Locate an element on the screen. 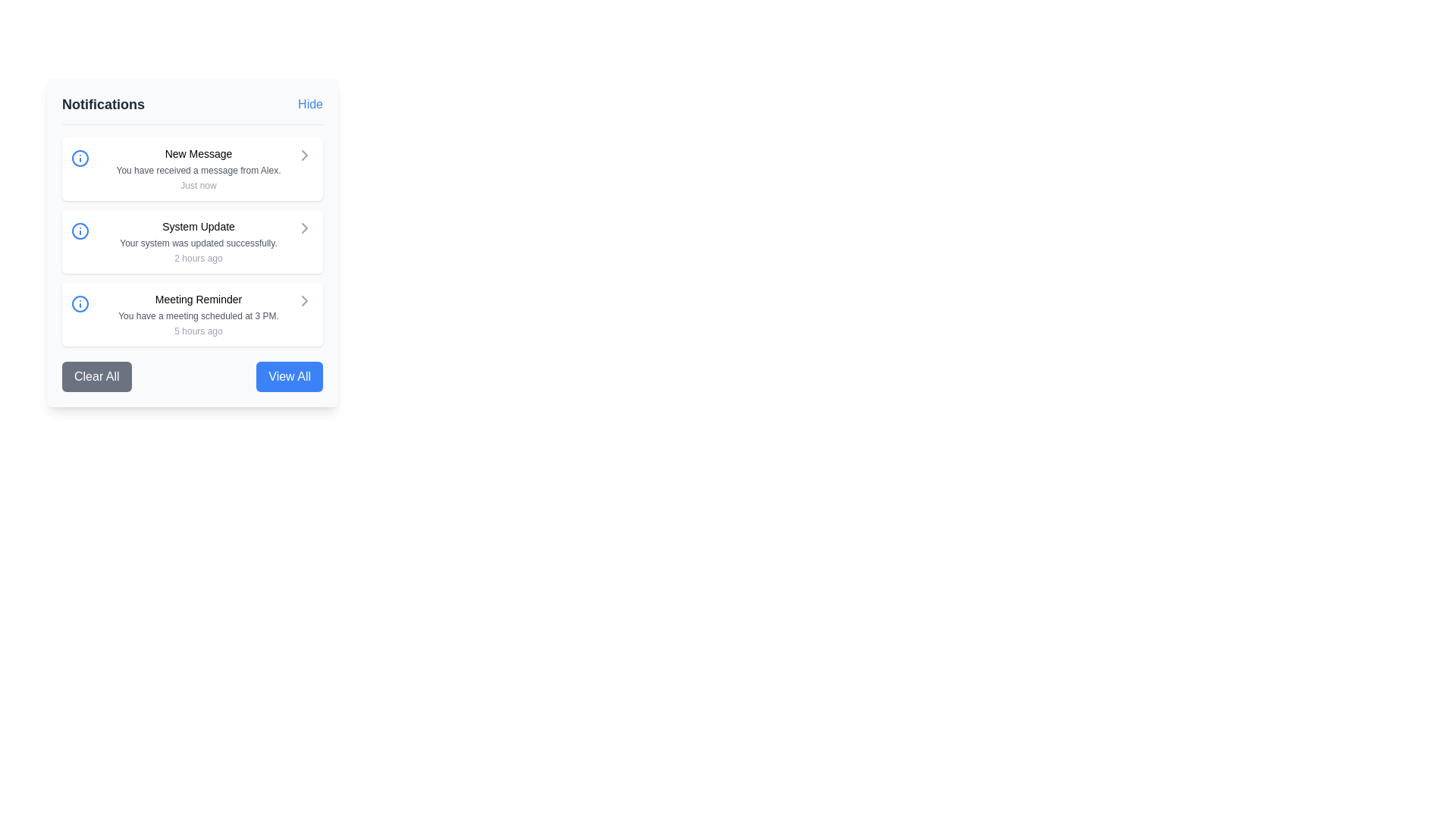  the icon in the upper-right corner of the 'New Message' notification card is located at coordinates (304, 155).